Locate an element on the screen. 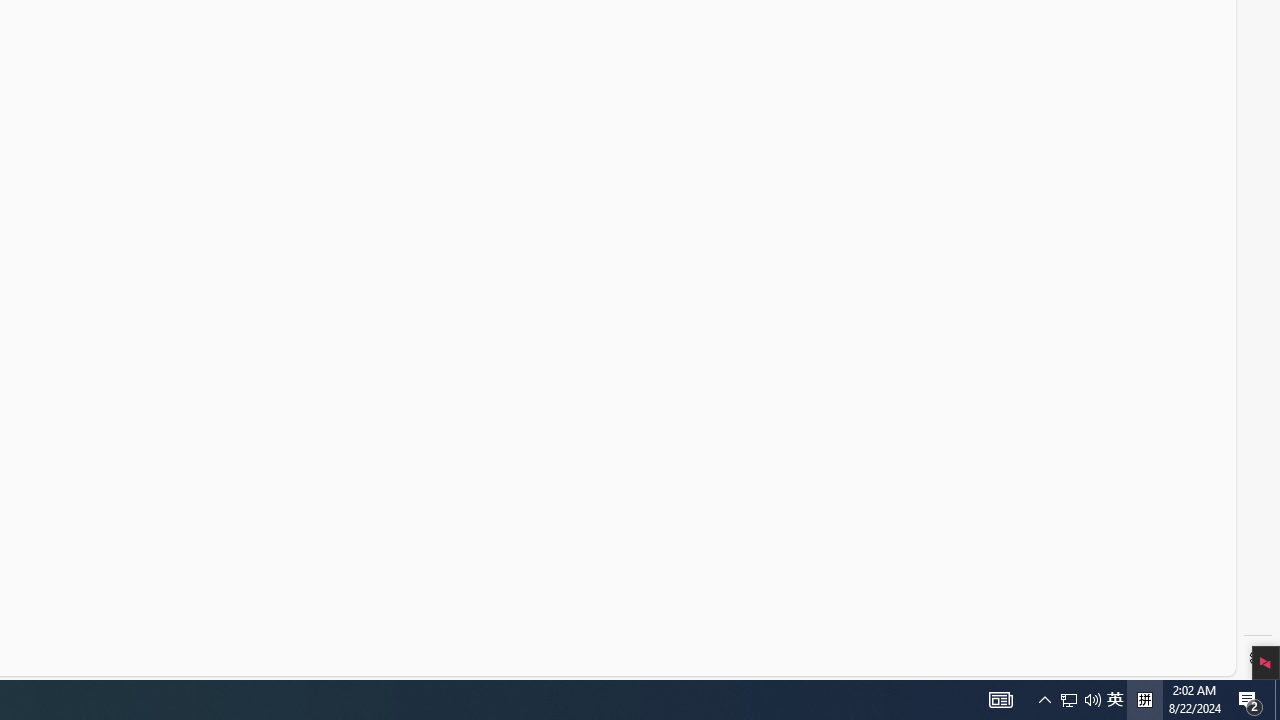 The image size is (1280, 720). 'Notification Chevron' is located at coordinates (1000, 698).